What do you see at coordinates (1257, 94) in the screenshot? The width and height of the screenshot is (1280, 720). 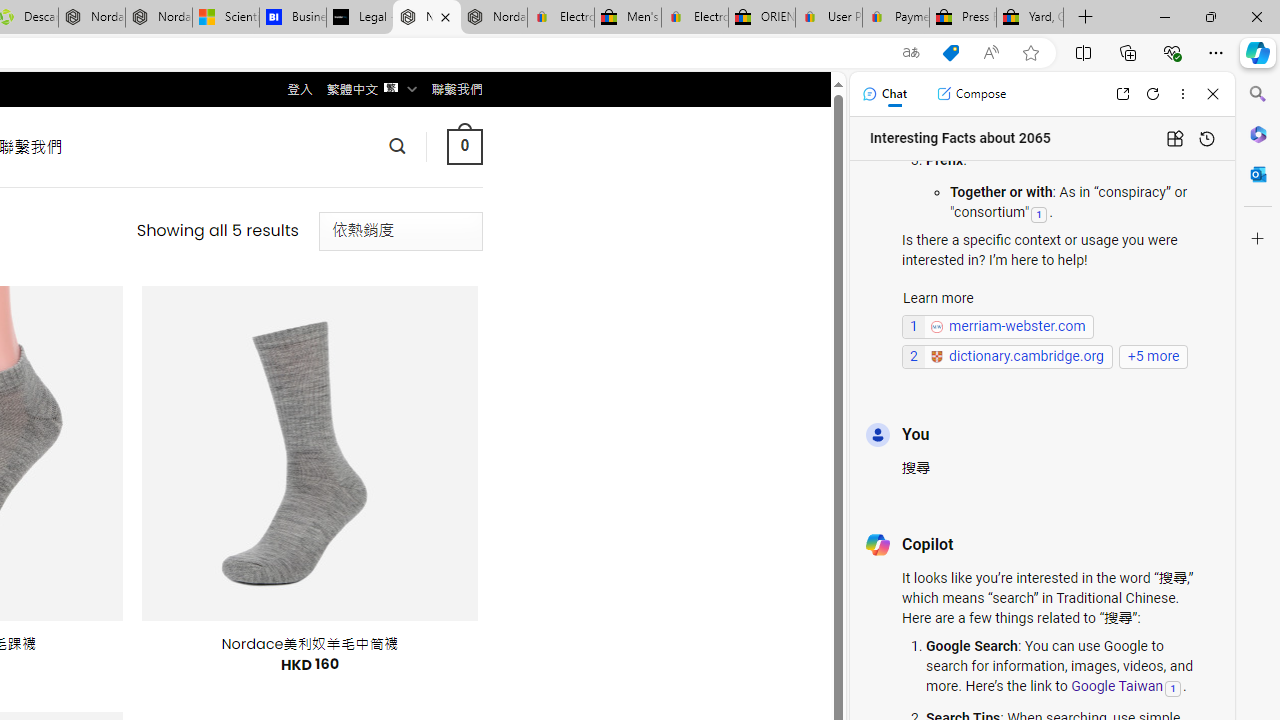 I see `'Minimize Search pane'` at bounding box center [1257, 94].